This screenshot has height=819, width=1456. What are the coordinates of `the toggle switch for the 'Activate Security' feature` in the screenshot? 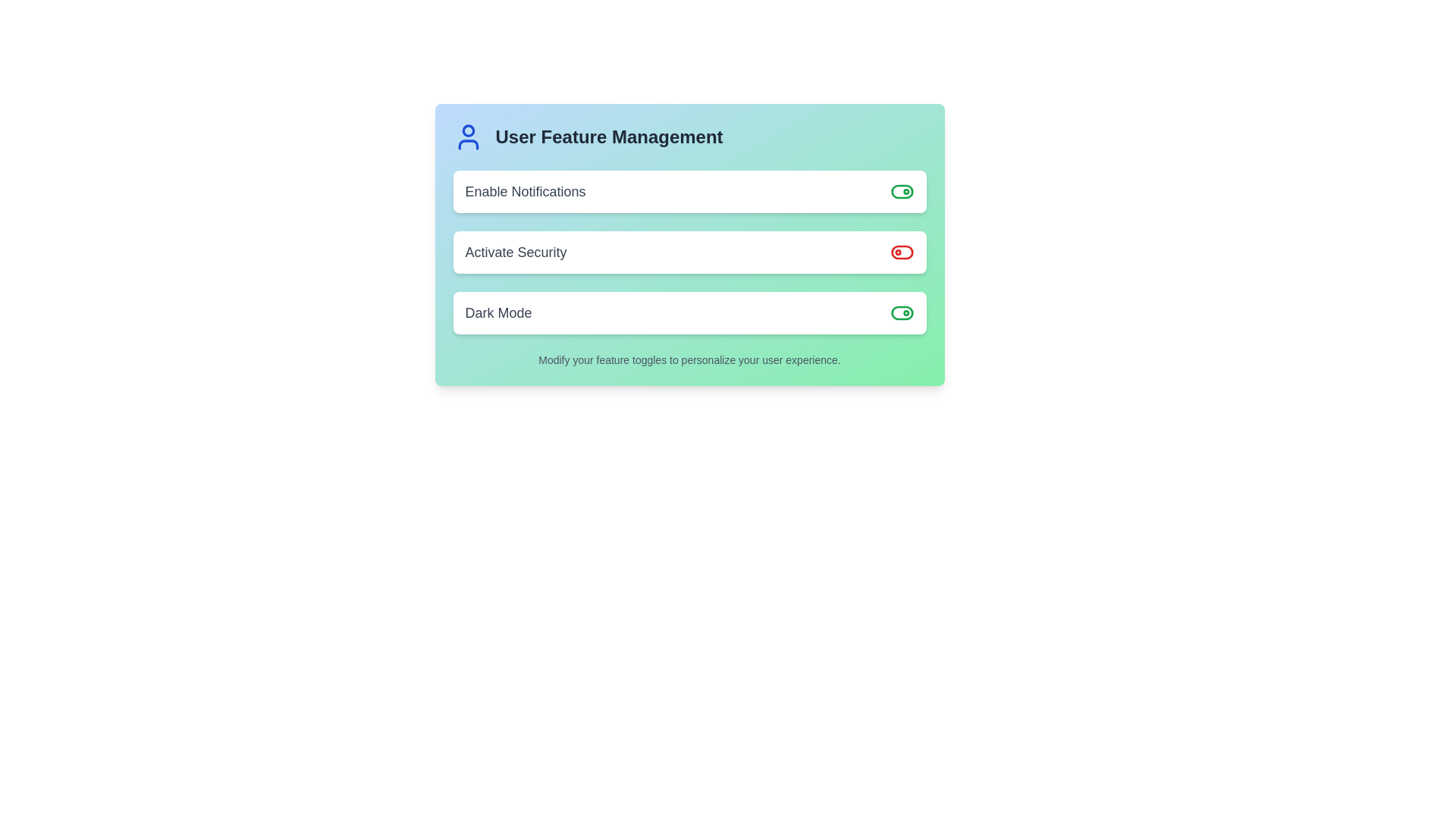 It's located at (902, 251).